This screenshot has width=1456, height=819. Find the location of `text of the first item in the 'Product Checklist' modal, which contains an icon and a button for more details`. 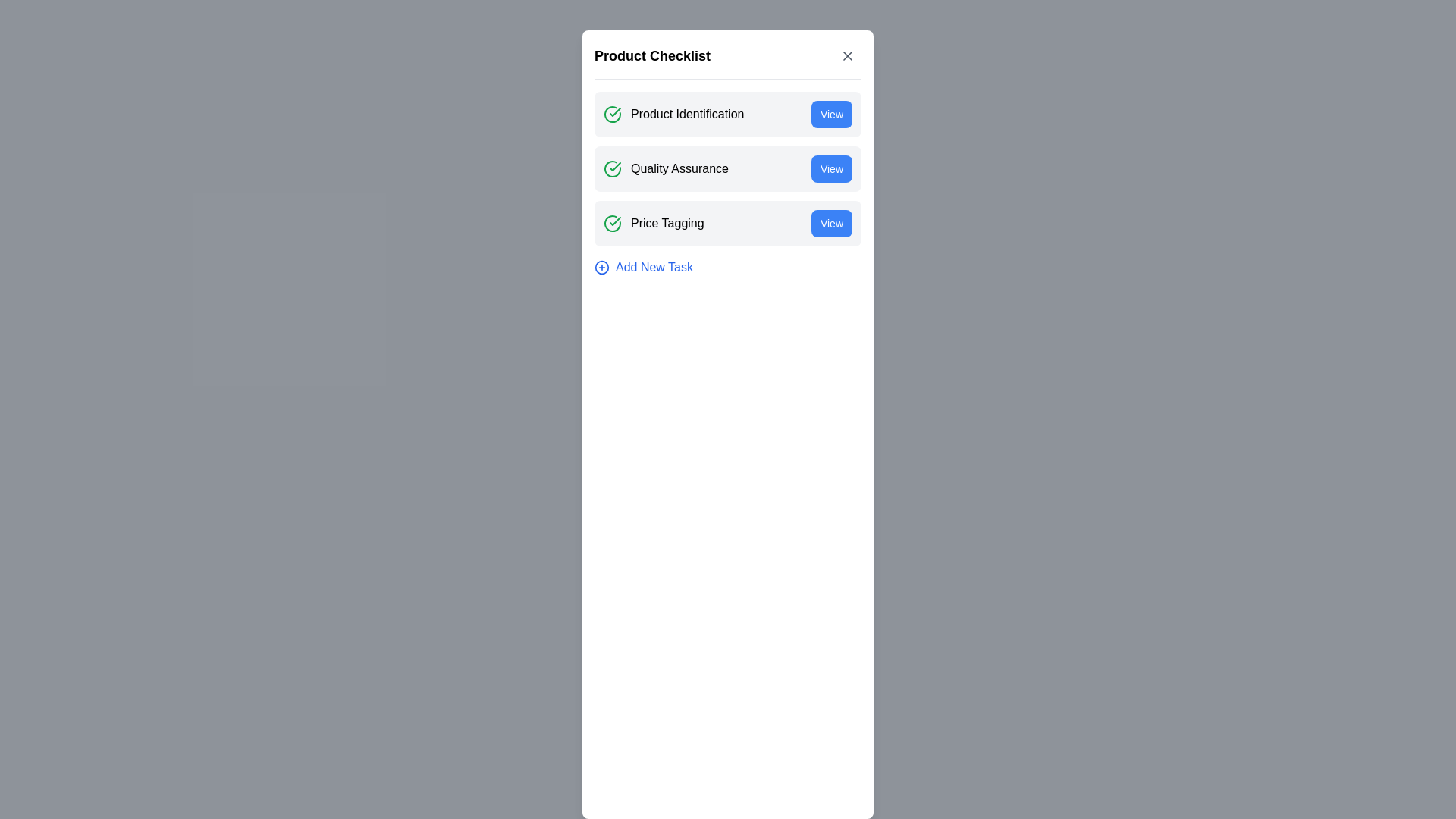

text of the first item in the 'Product Checklist' modal, which contains an icon and a button for more details is located at coordinates (728, 113).